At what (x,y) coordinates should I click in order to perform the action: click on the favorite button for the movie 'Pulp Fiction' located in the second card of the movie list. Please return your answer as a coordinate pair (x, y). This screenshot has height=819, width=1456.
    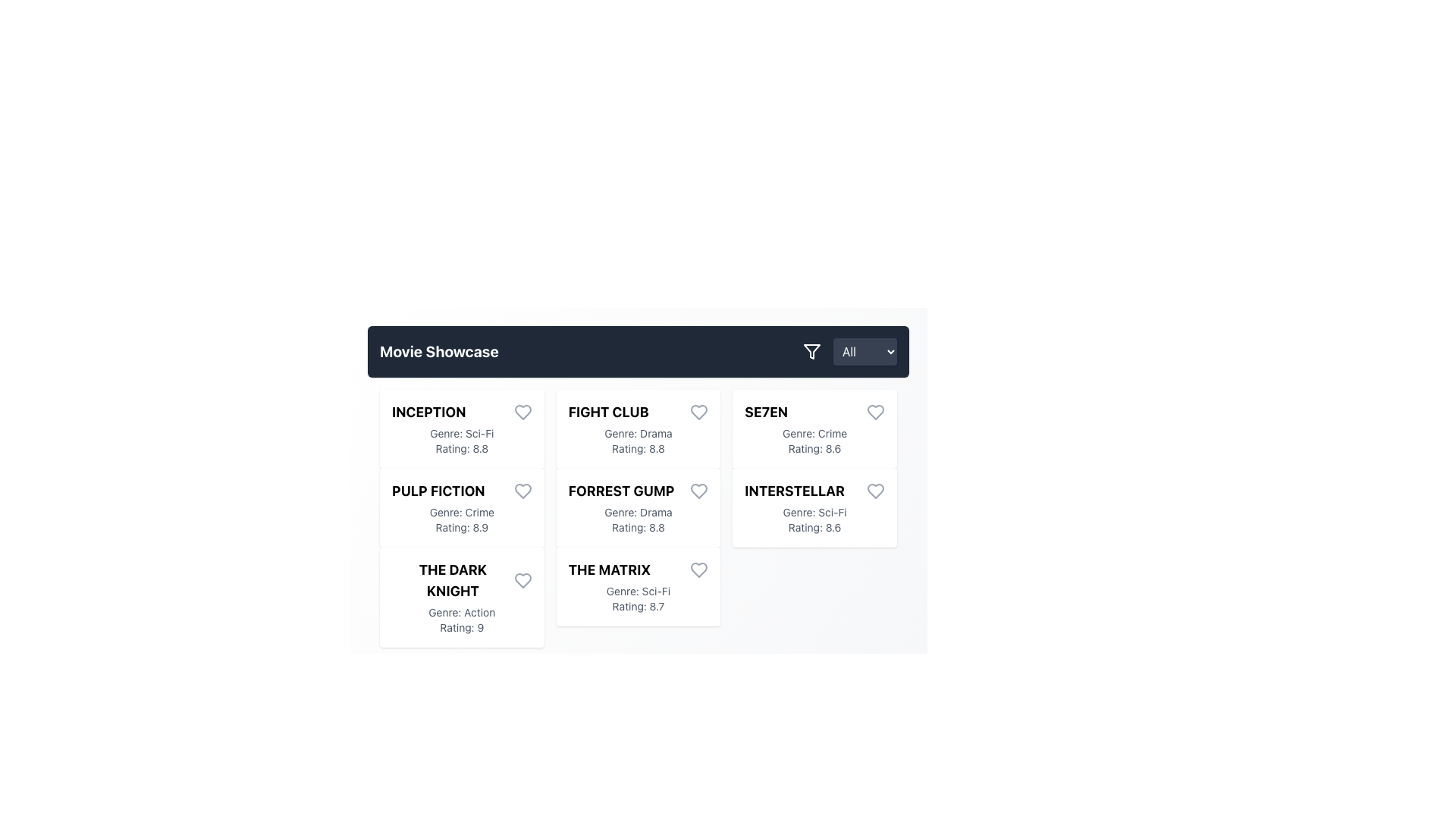
    Looking at the image, I should click on (522, 491).